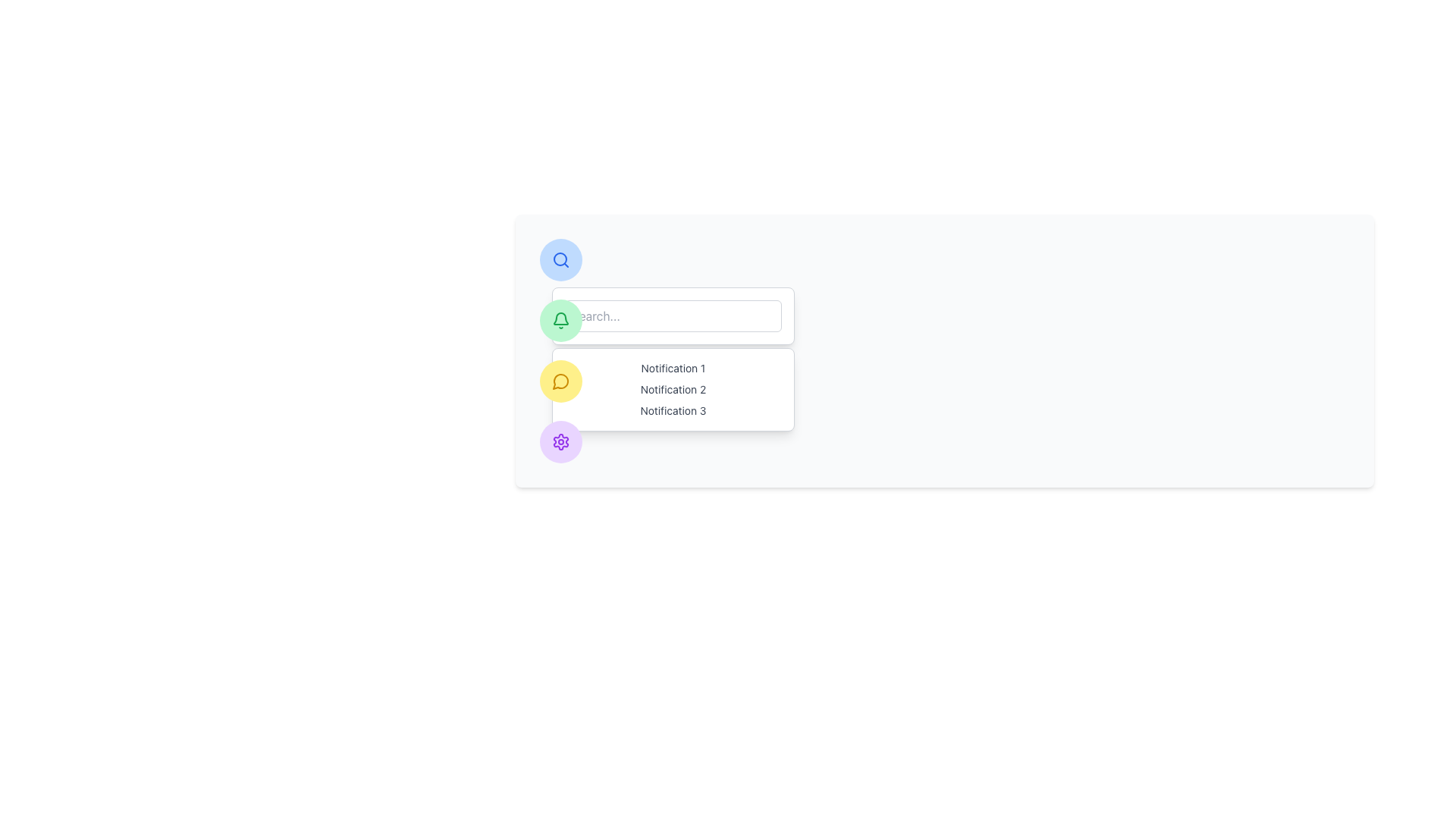  Describe the element at coordinates (560, 259) in the screenshot. I see `the rounded light blue button with a dark blue magnifying glass icon to observe the style changes` at that location.